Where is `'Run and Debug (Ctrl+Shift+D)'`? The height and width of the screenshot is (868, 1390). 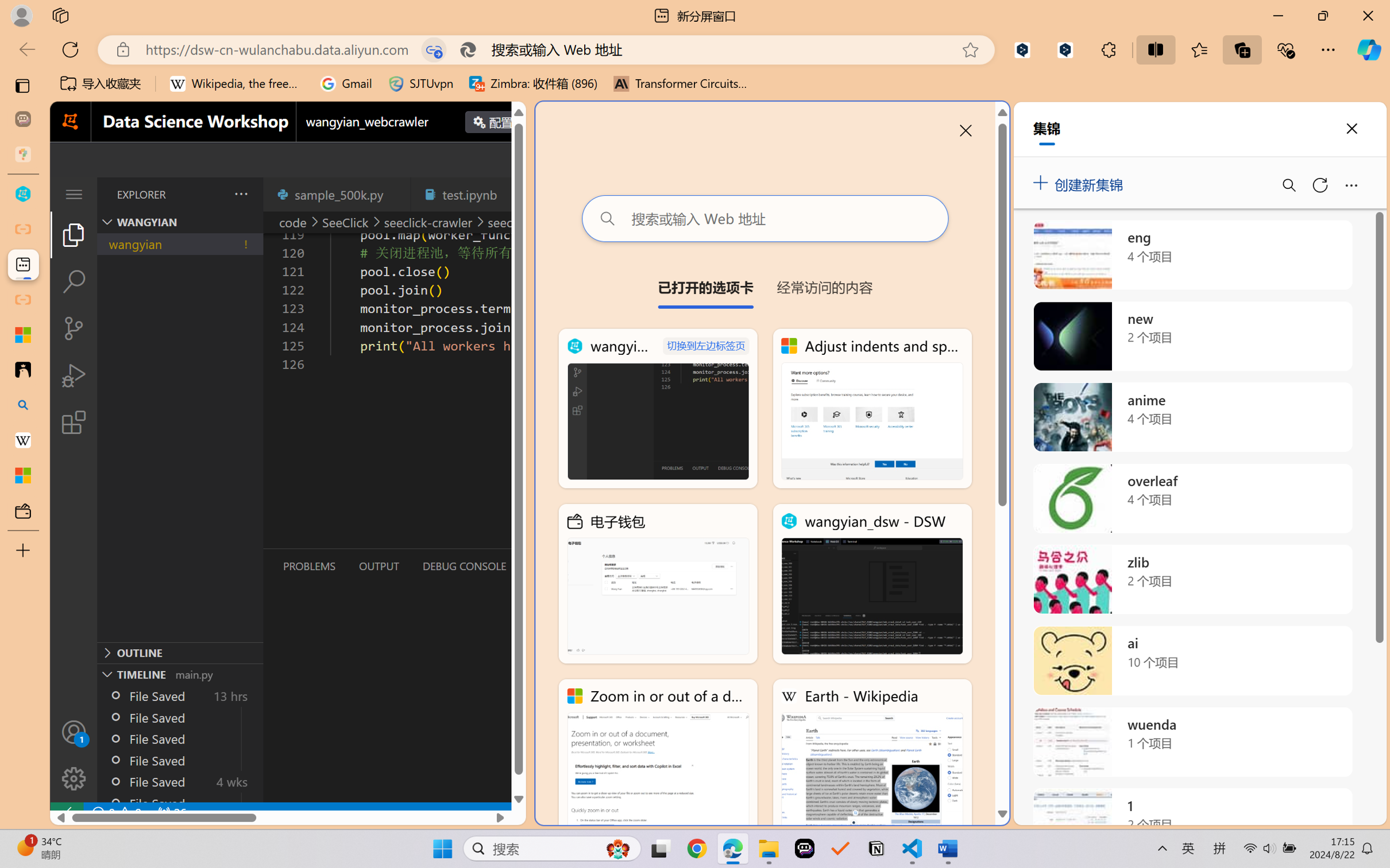
'Run and Debug (Ctrl+Shift+D)' is located at coordinates (73, 375).